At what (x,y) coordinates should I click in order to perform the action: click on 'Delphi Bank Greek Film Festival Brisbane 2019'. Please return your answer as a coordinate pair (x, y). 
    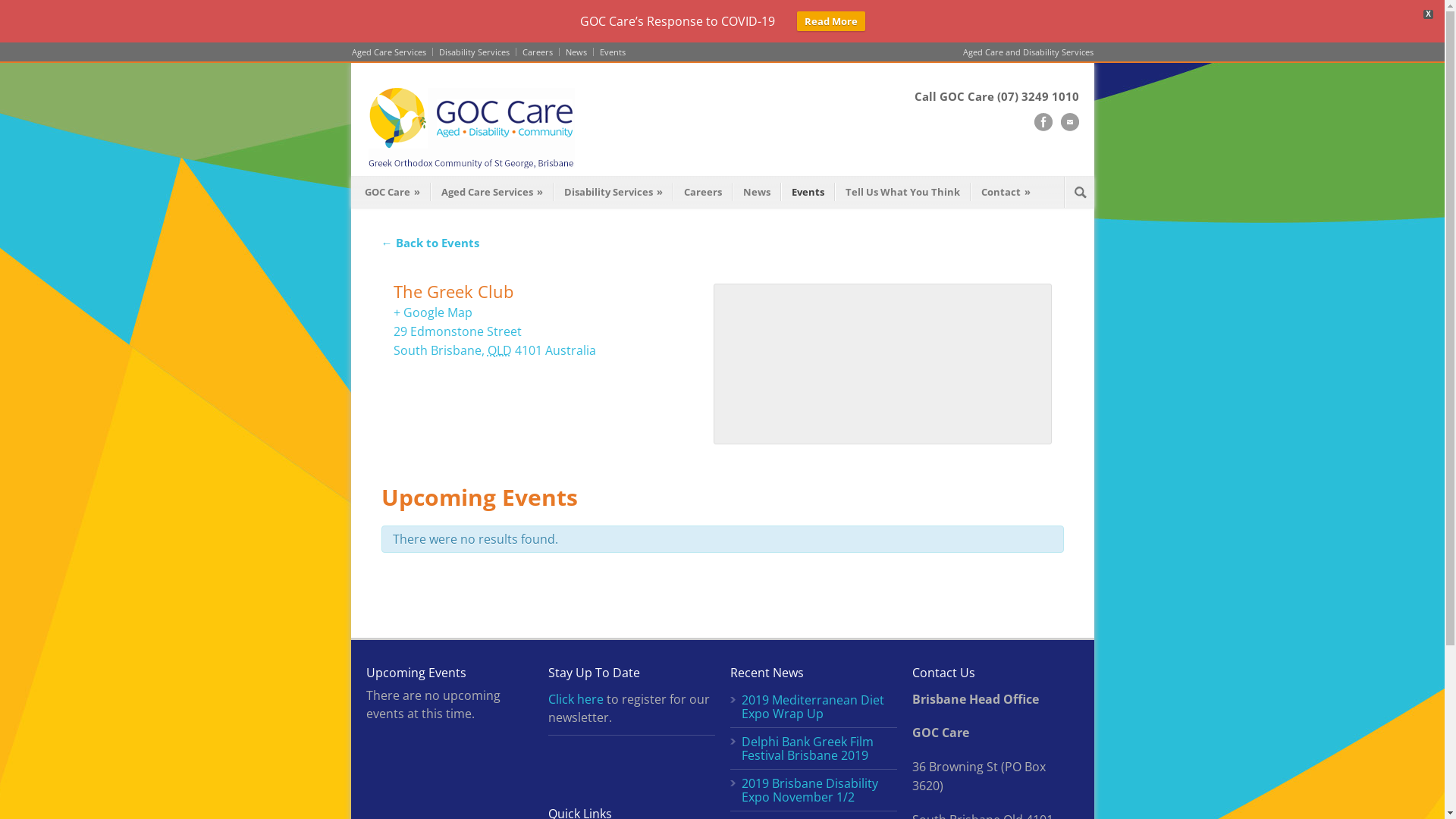
    Looking at the image, I should click on (807, 748).